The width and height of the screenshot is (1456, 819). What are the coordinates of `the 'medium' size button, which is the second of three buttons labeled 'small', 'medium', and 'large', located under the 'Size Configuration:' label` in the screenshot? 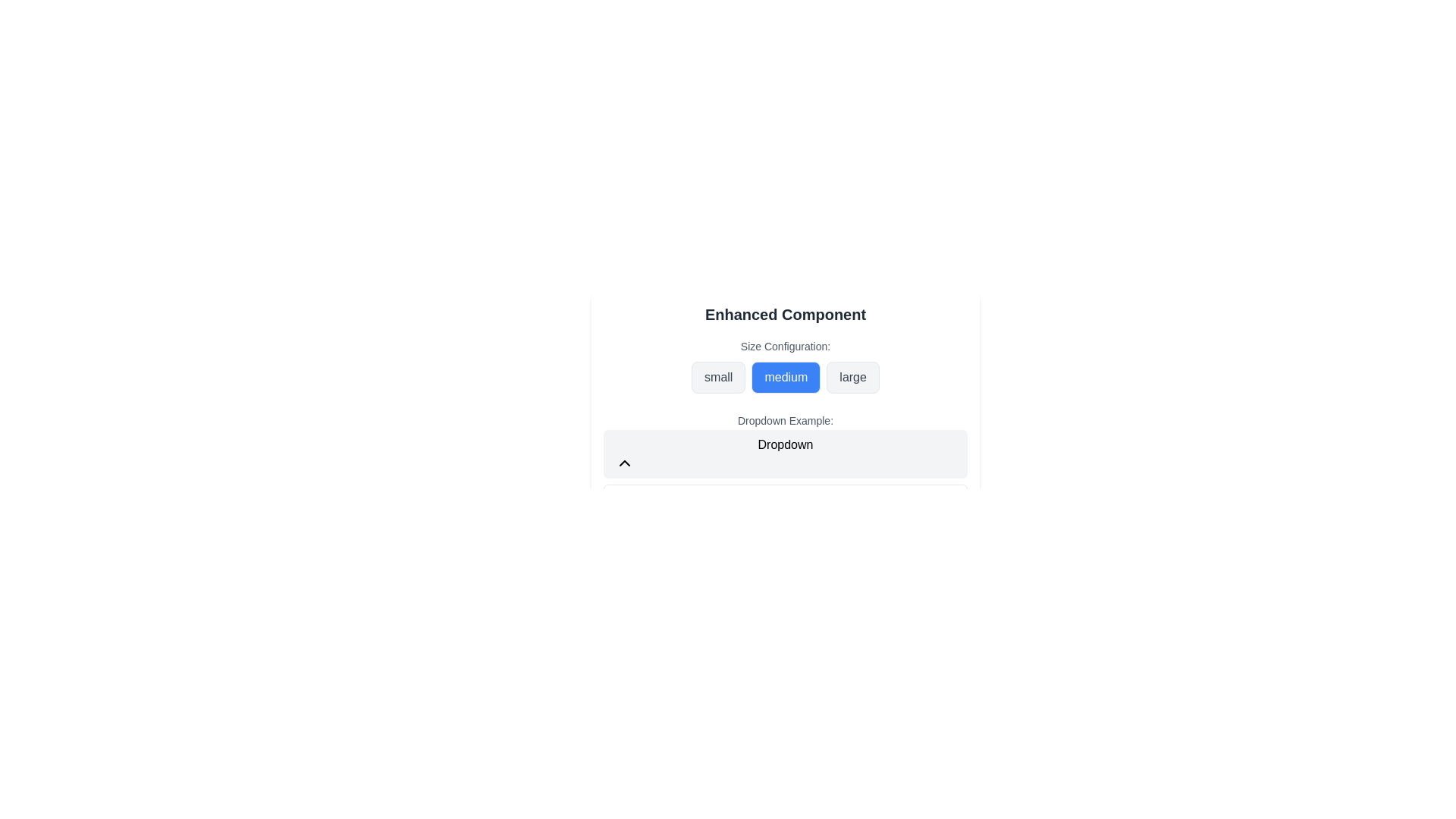 It's located at (786, 376).